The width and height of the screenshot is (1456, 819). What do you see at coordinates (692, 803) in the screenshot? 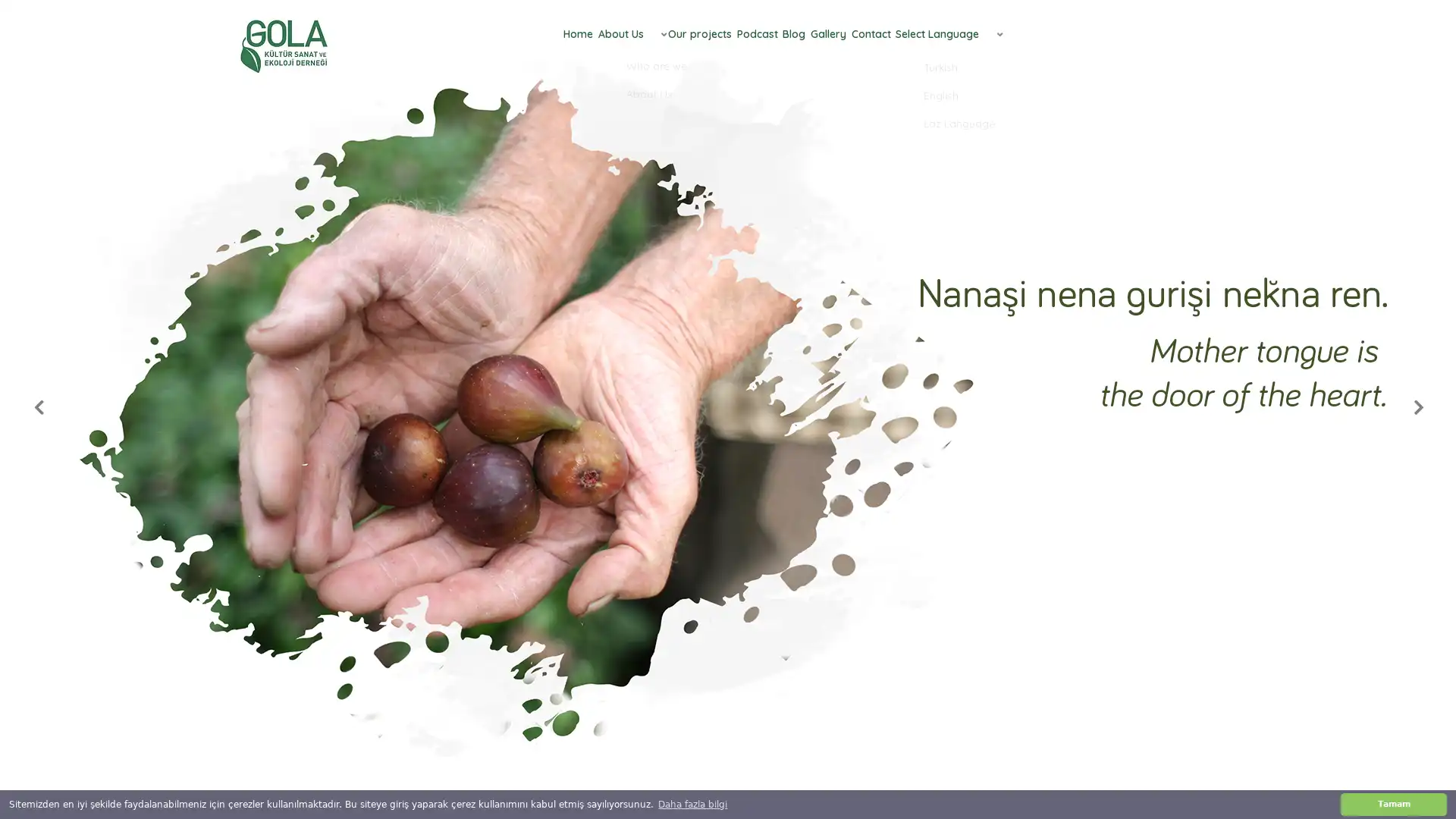
I see `erezler hakknda` at bounding box center [692, 803].